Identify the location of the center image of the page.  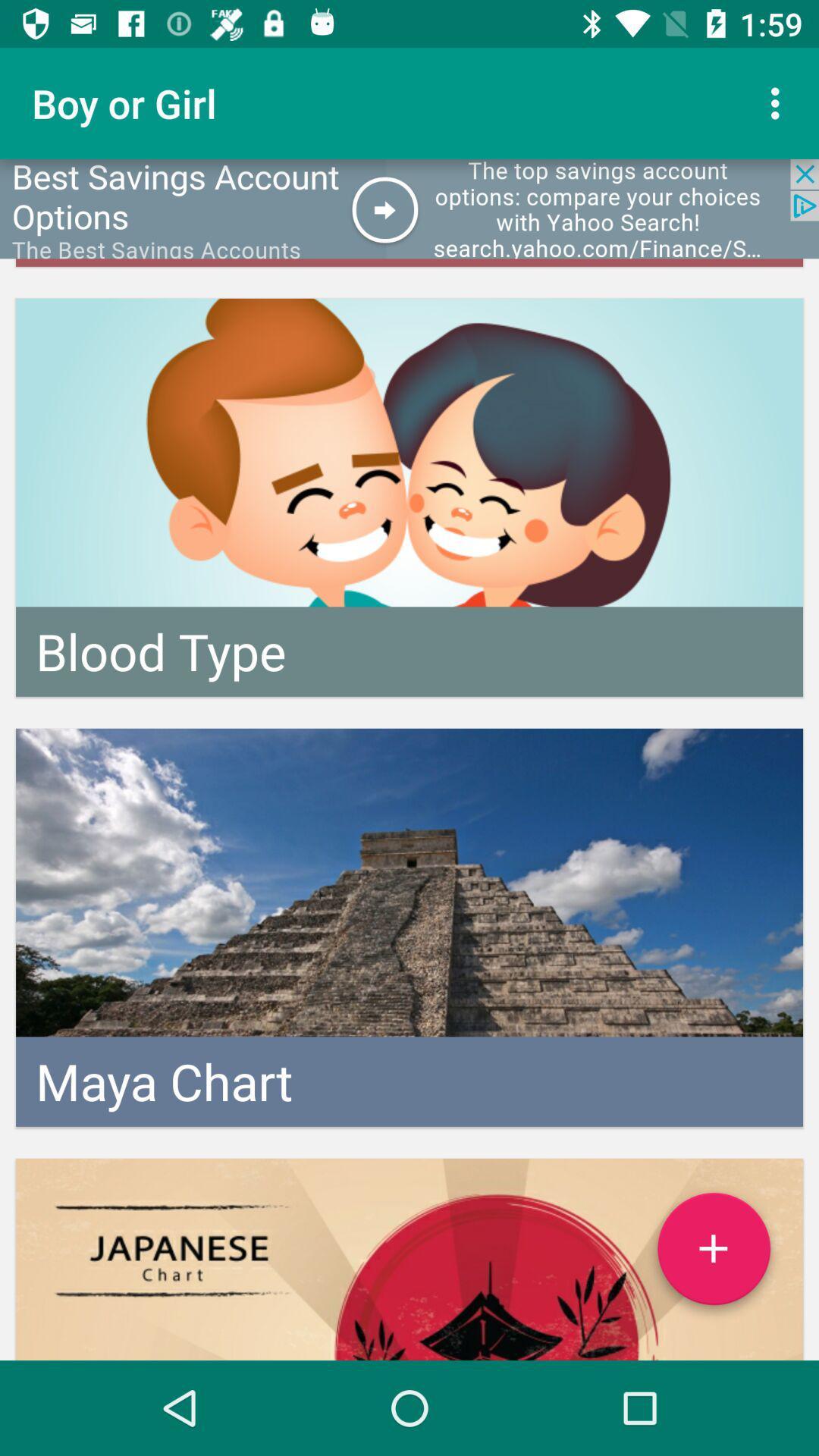
(409, 927).